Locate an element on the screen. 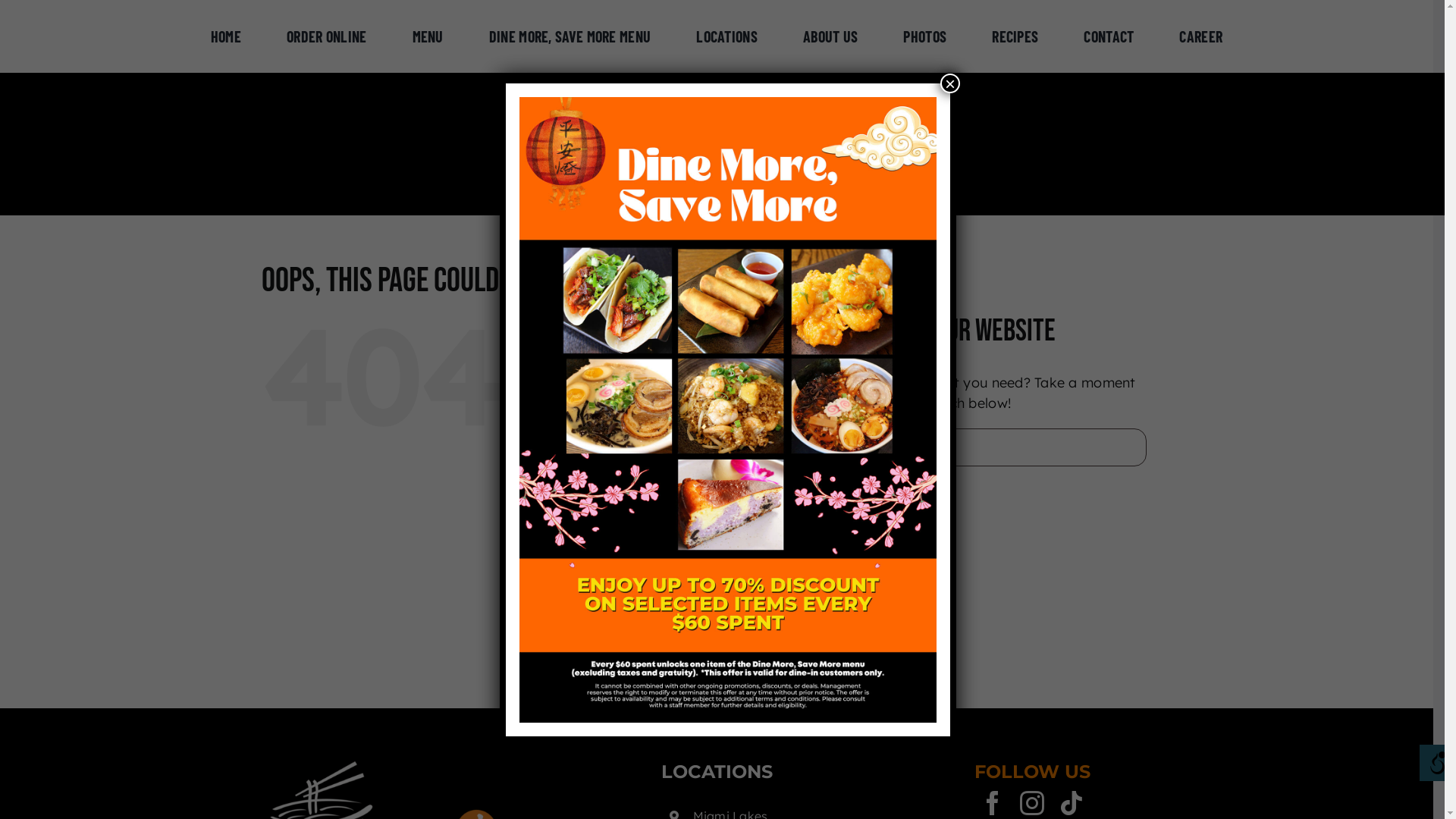 The height and width of the screenshot is (819, 1456). 'Photos' is located at coordinates (657, 560).